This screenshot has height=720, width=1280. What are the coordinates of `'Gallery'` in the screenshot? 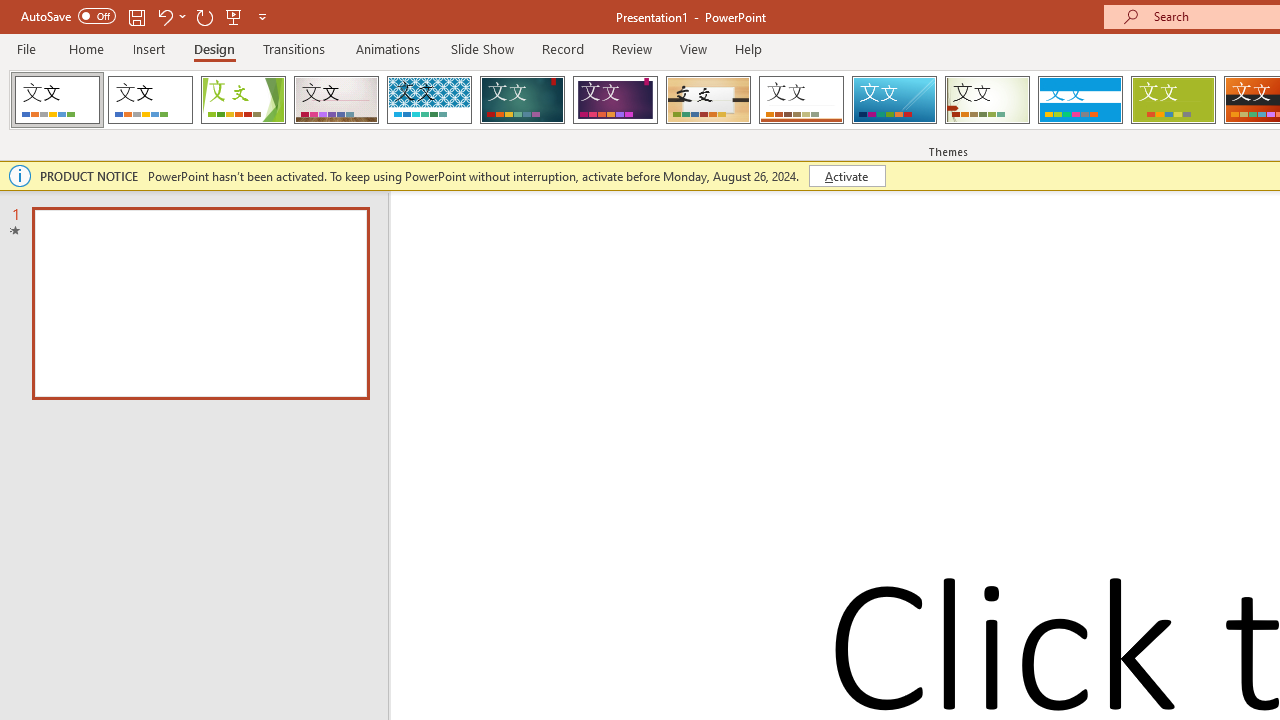 It's located at (336, 100).